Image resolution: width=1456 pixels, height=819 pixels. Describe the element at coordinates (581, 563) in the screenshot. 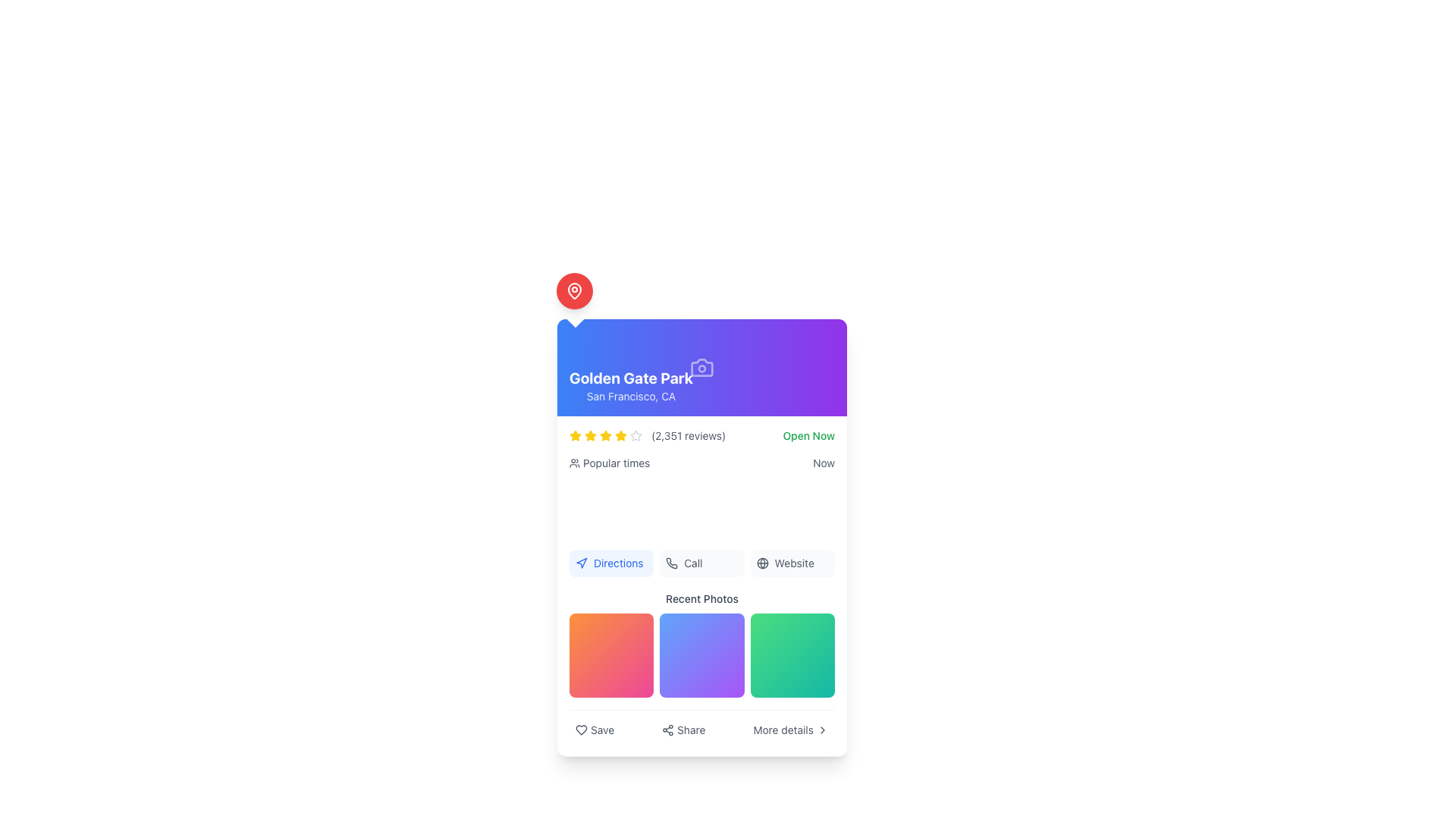

I see `the blue navigation arrow icon located within the 'Directions' button, which is part of a horizontal list of options beneath the main content section` at that location.